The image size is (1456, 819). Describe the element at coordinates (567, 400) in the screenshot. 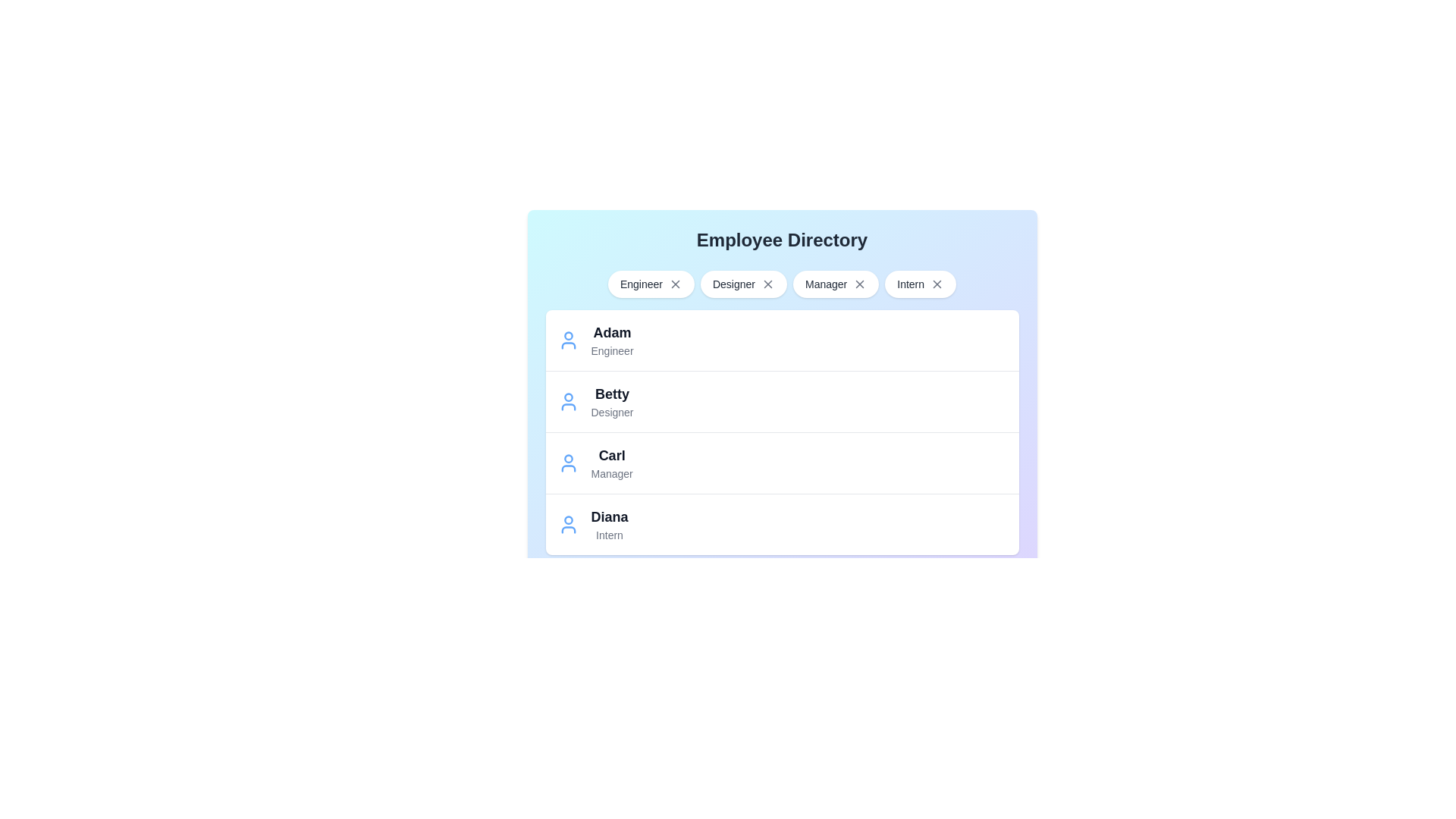

I see `the entry of the employee named Betty to view their details` at that location.